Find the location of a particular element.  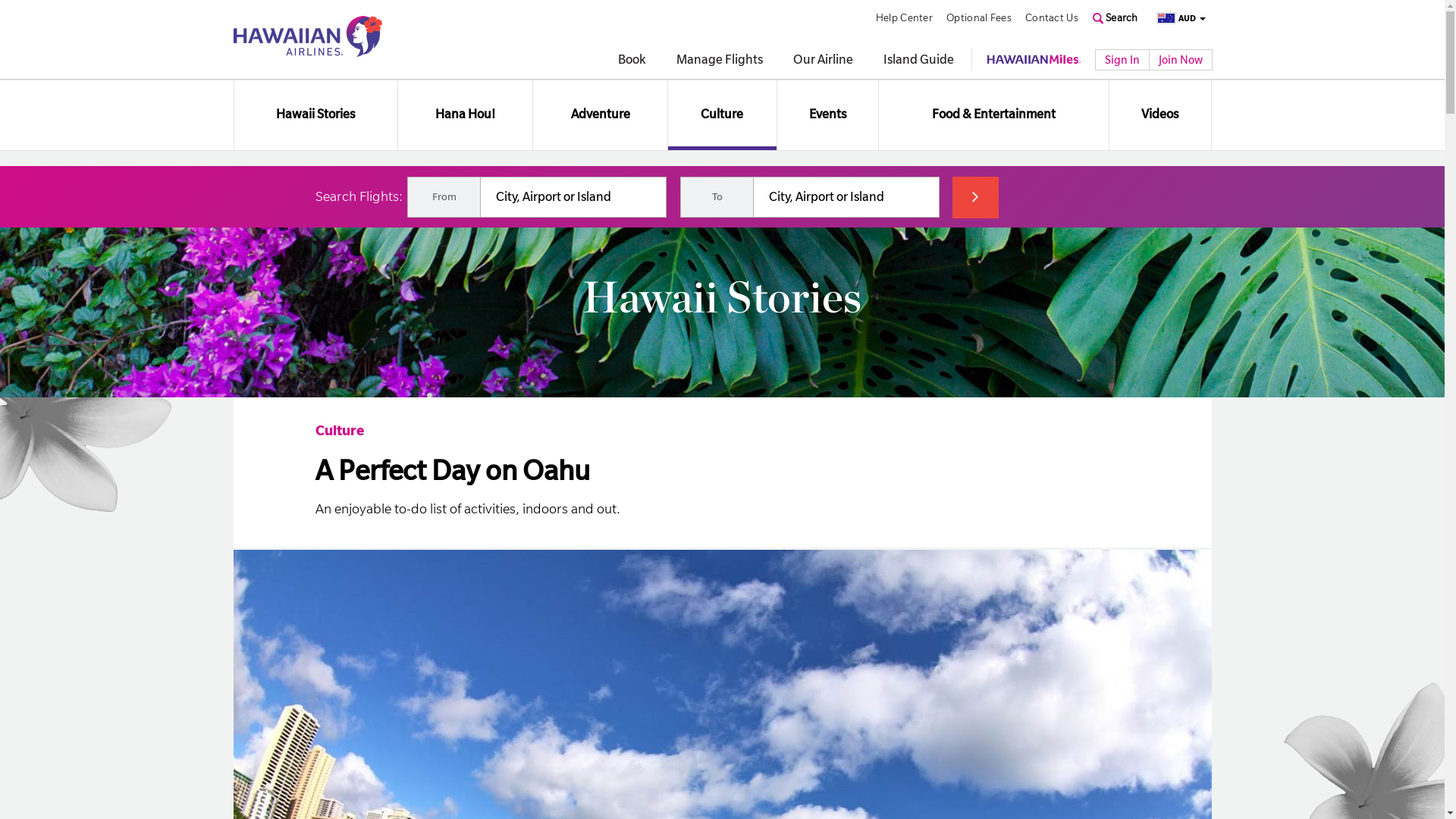

'Contact Us' is located at coordinates (1025, 17).